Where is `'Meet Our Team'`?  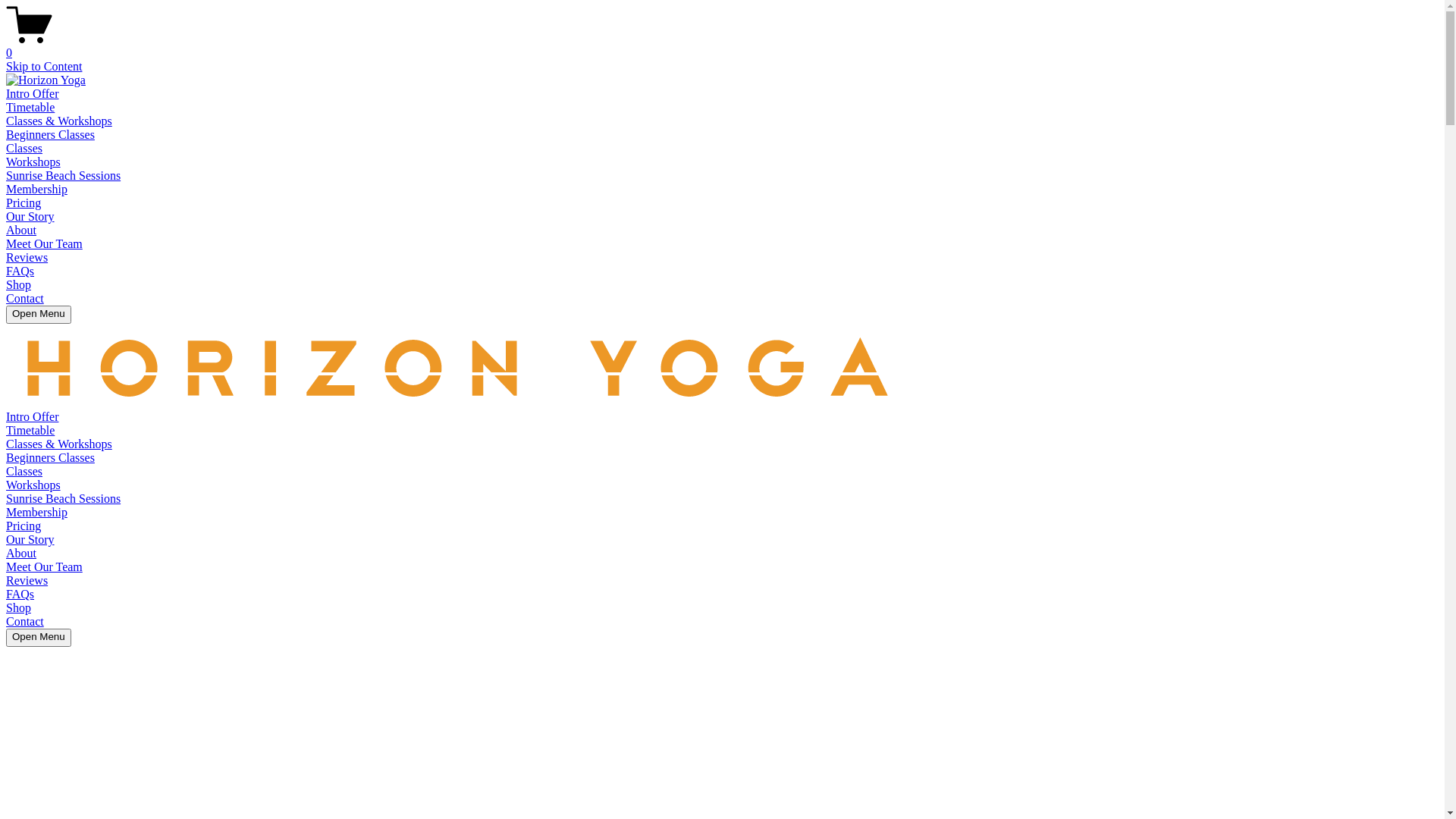 'Meet Our Team' is located at coordinates (44, 243).